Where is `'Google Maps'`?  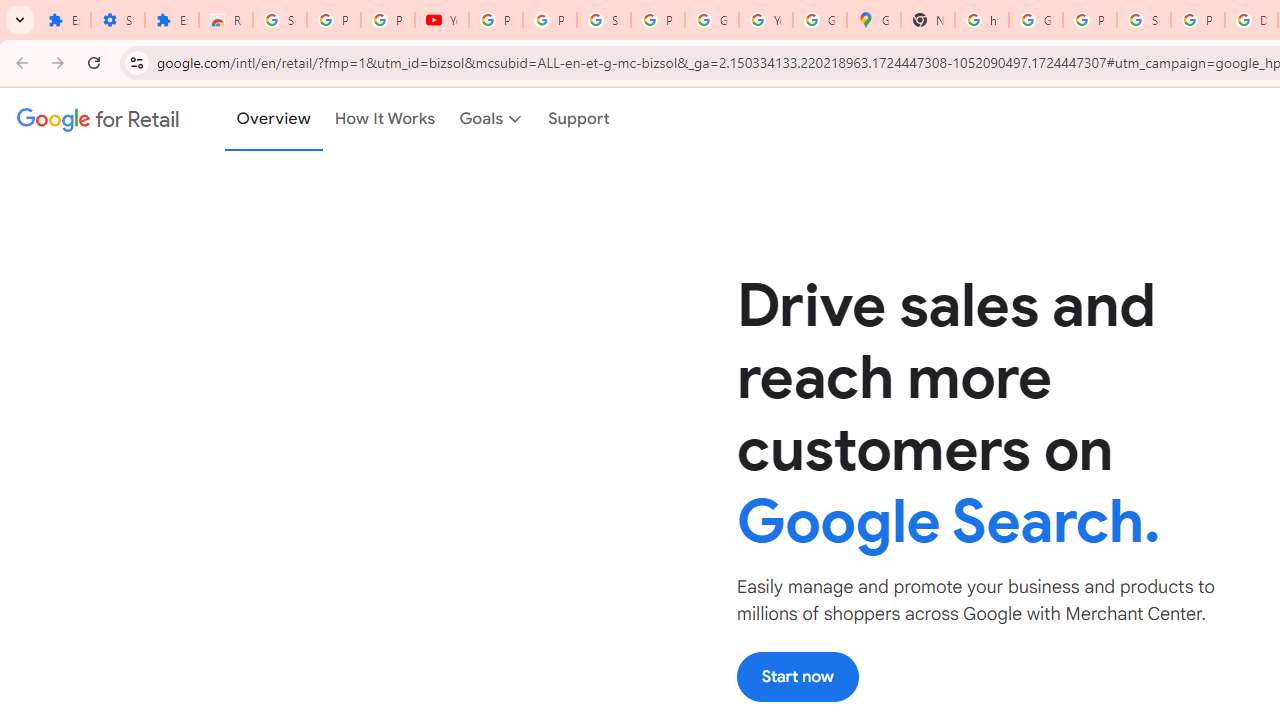
'Google Maps' is located at coordinates (874, 20).